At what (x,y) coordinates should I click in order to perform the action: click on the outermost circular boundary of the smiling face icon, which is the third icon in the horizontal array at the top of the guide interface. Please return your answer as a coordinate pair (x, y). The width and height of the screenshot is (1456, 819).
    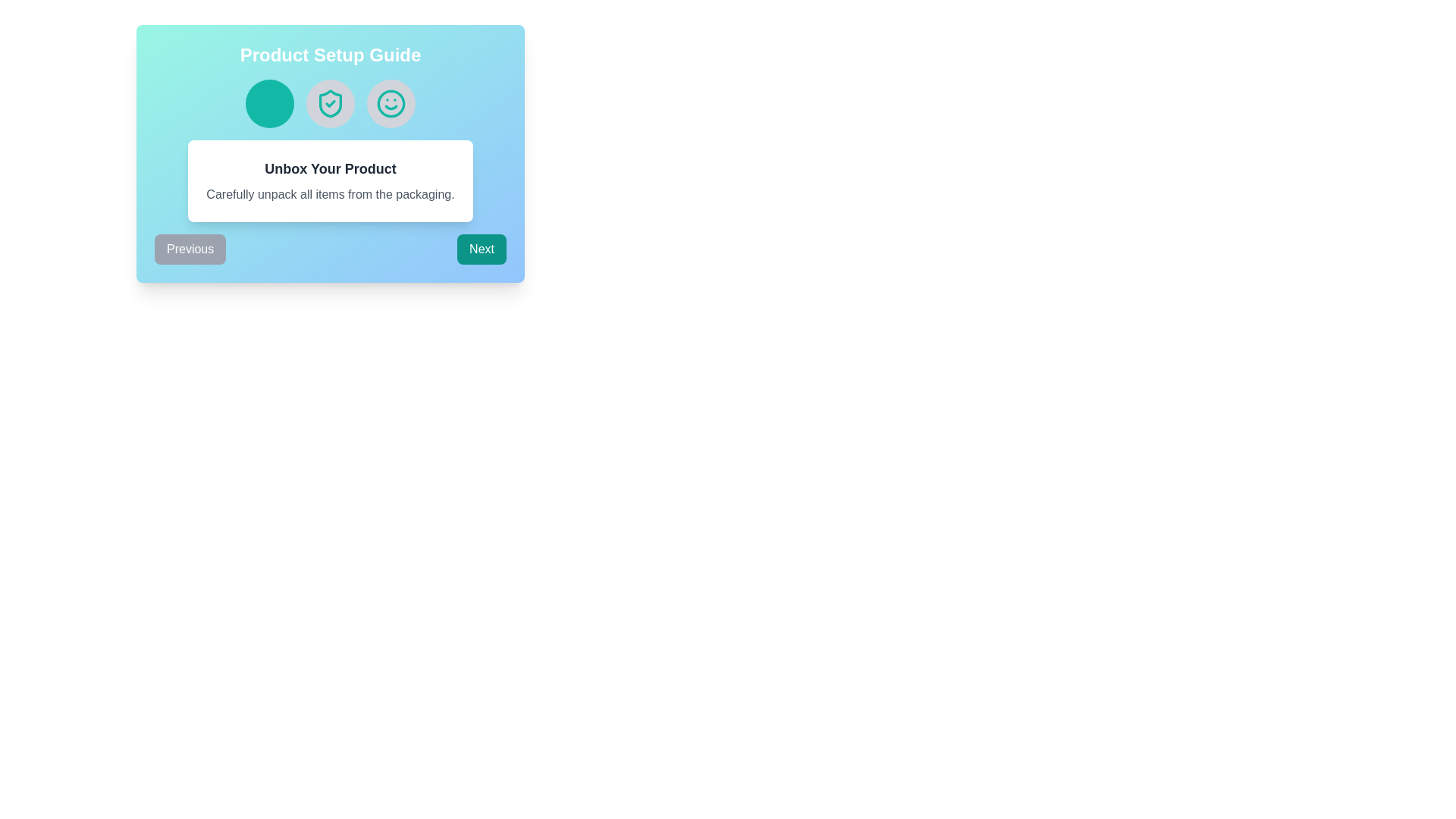
    Looking at the image, I should click on (391, 103).